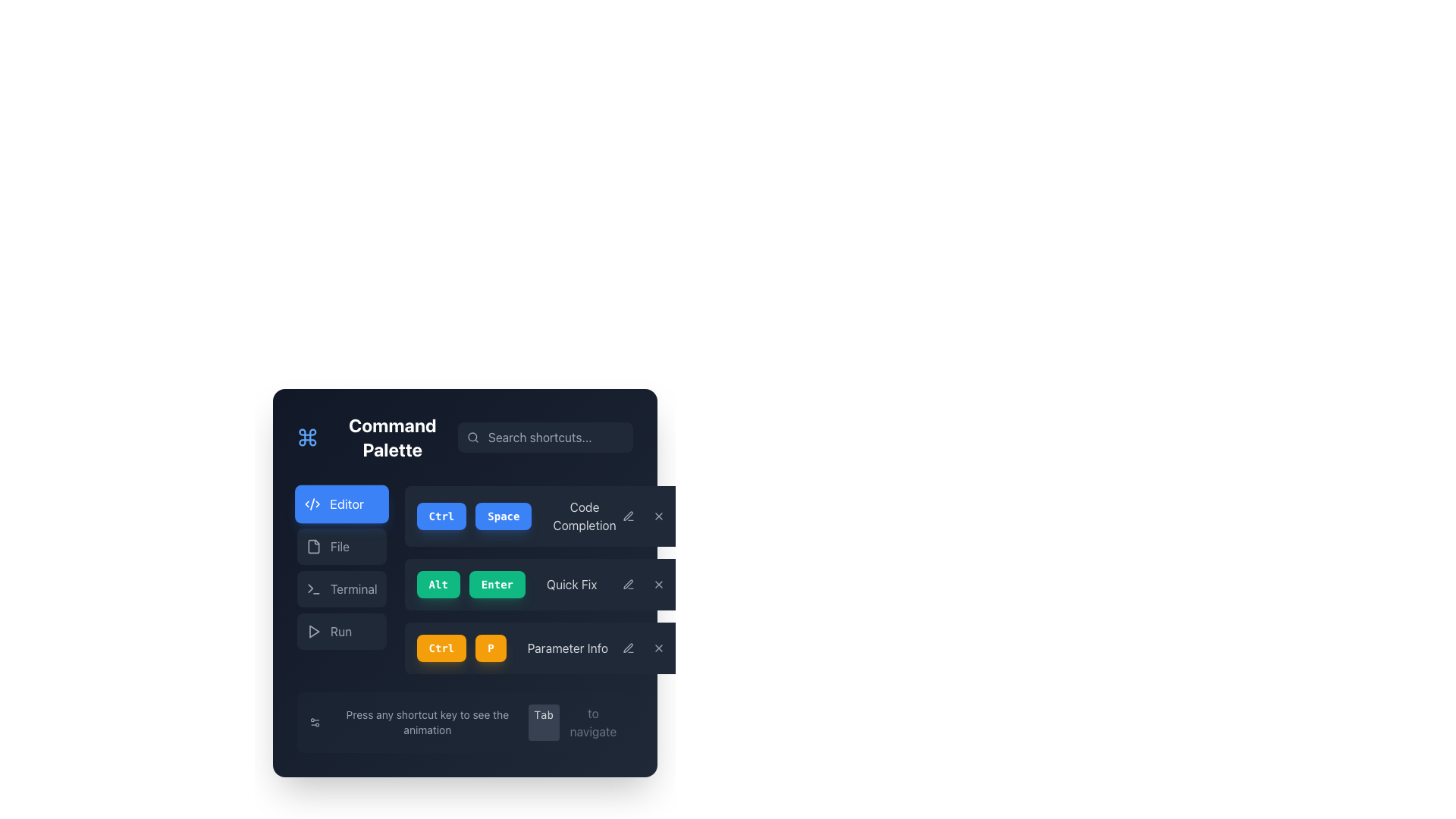 This screenshot has height=819, width=1456. Describe the element at coordinates (353, 588) in the screenshot. I see `the Text label that indicates the terminal functionalities in the lower section of the 'Command Palette' interface, positioned next to the terminal icon` at that location.